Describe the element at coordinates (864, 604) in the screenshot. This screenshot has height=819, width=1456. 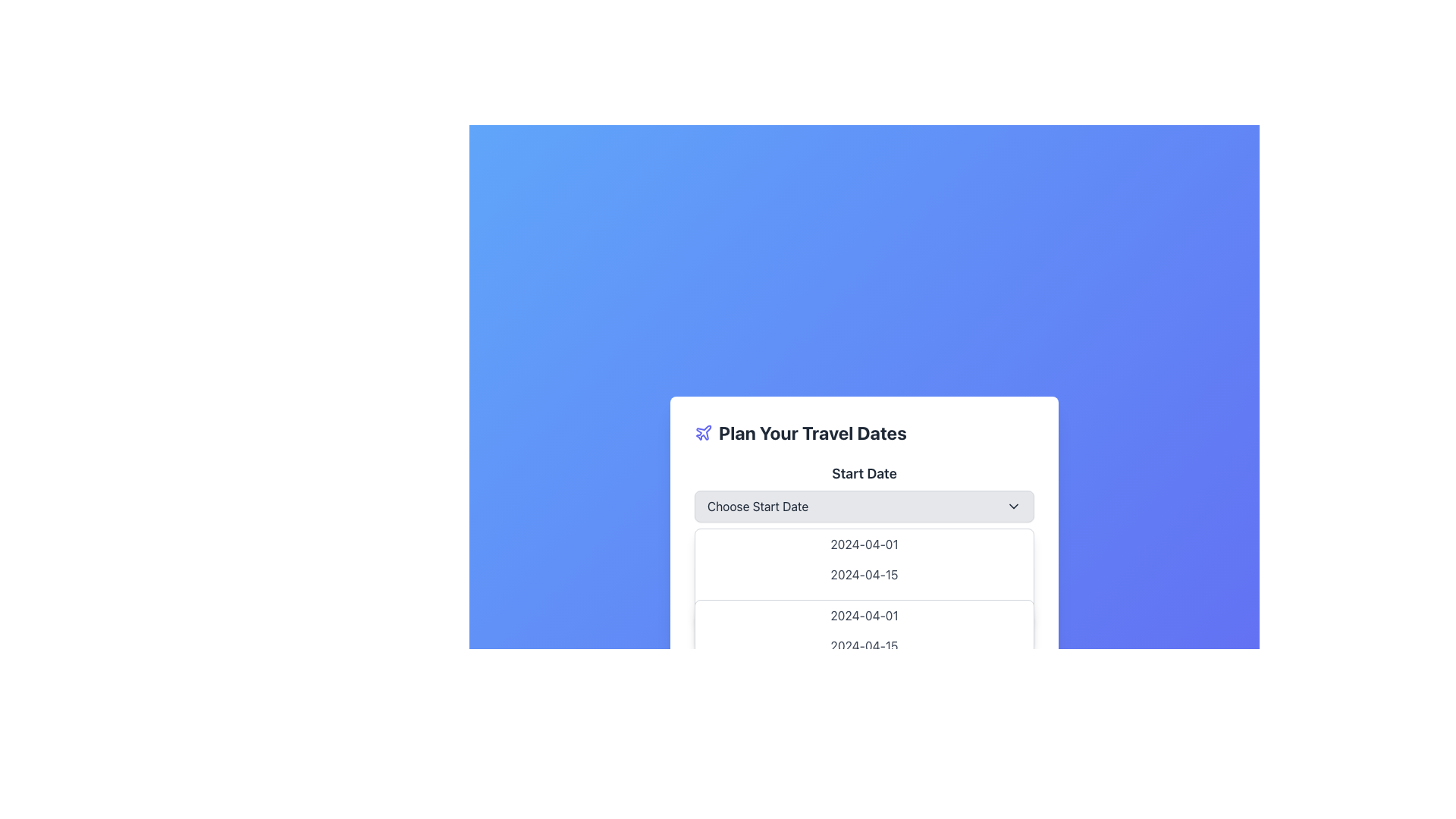
I see `the list item displaying the date '2024-05-01'` at that location.